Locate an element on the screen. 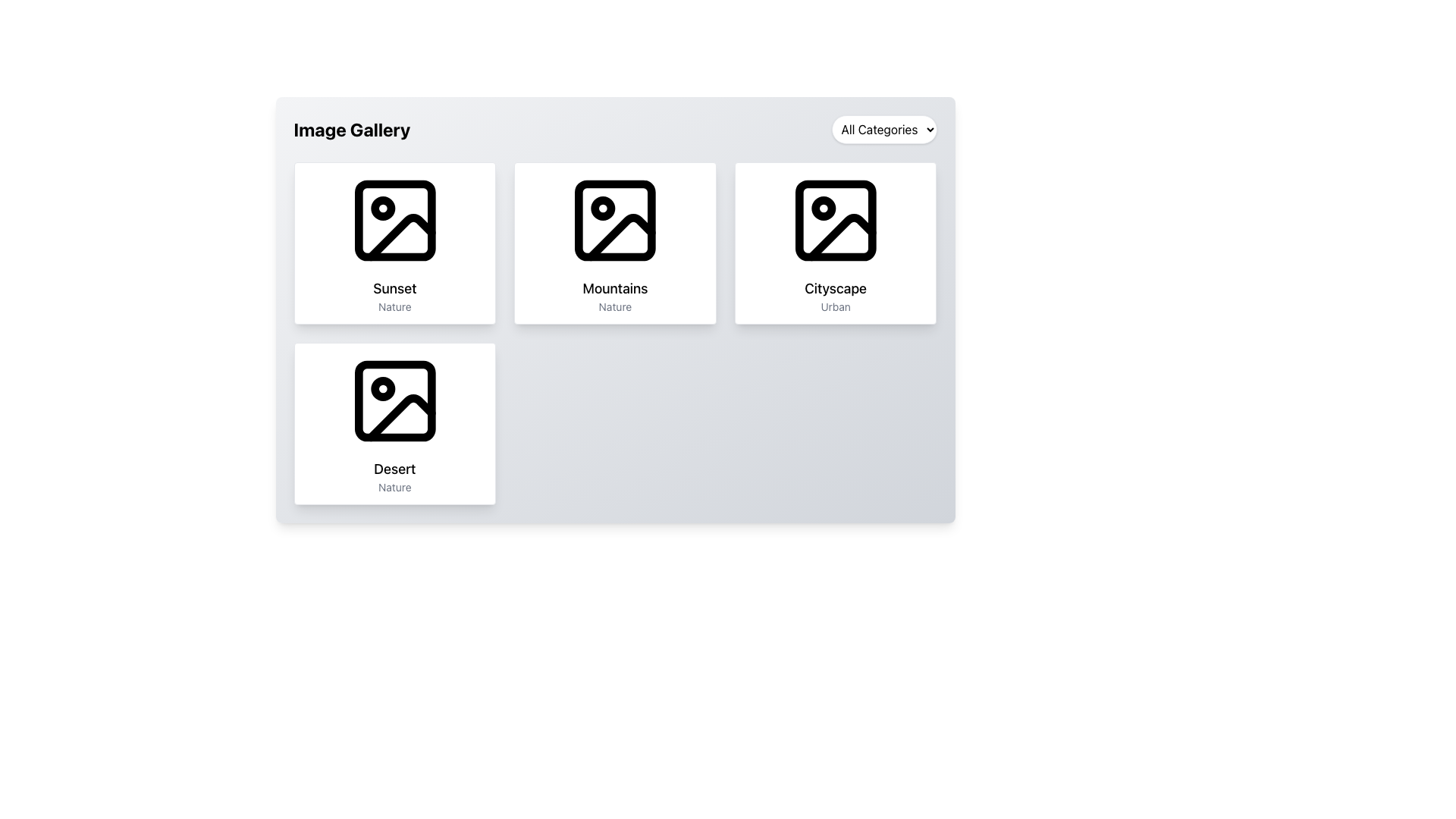 The image size is (1456, 819). the black outline picture icon located on the 'Cityscape' card with the subtitle 'Urban' in the top-right corner of the 'Image Gallery' section is located at coordinates (835, 220).